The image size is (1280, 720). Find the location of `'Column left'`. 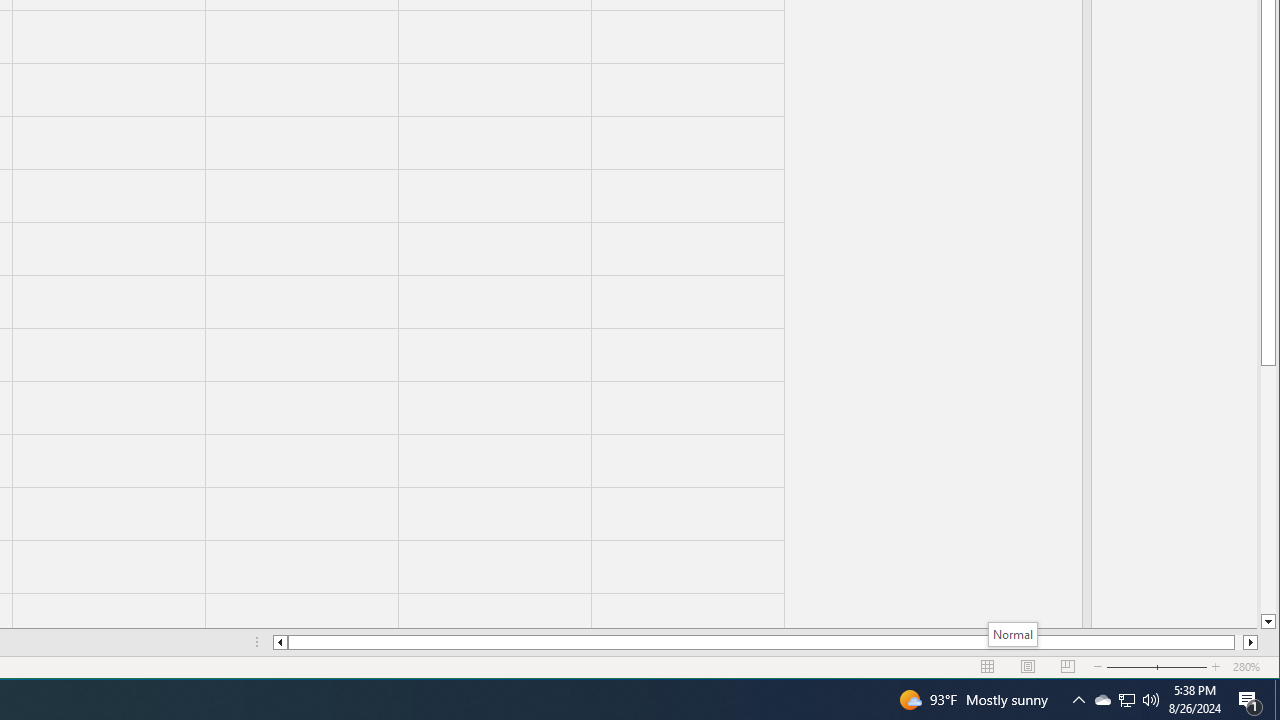

'Column left' is located at coordinates (278, 642).